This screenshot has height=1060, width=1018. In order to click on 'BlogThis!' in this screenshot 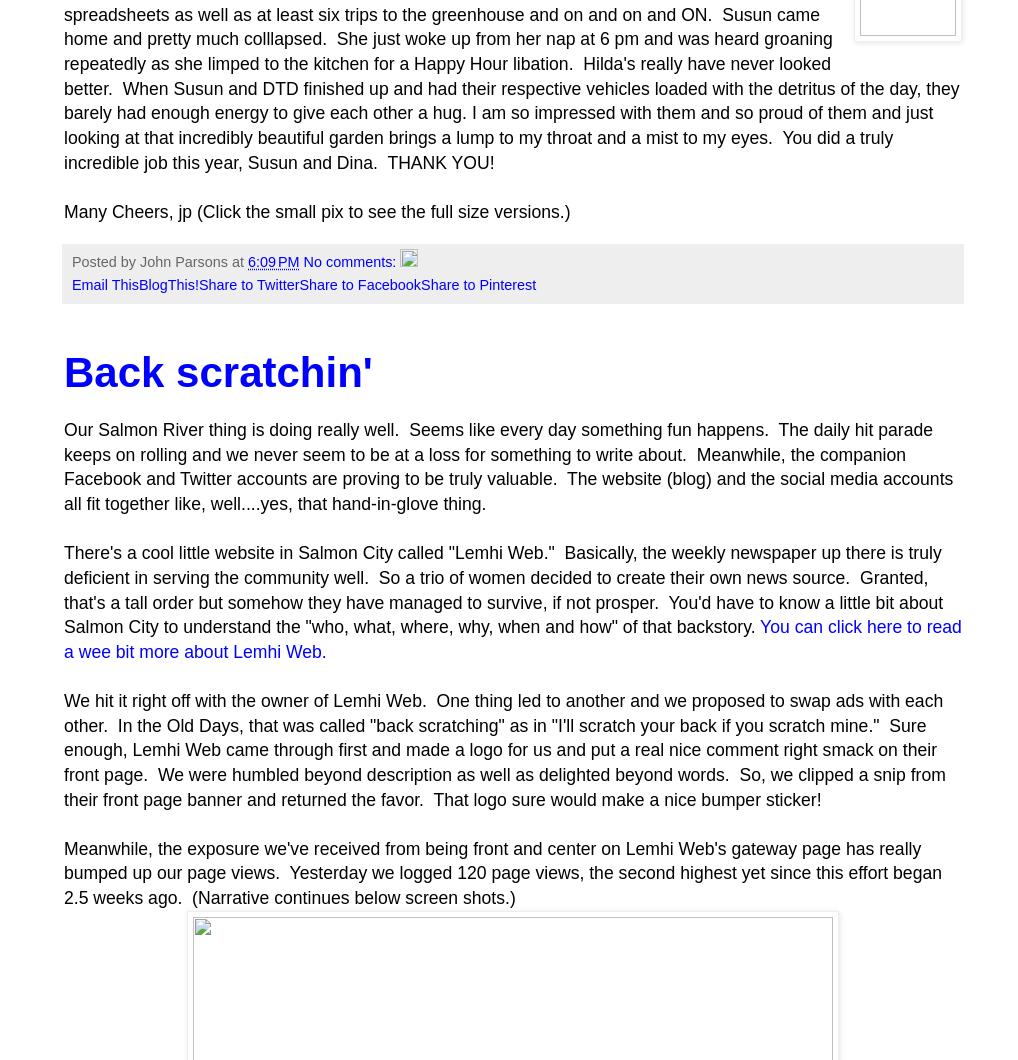, I will do `click(167, 285)`.